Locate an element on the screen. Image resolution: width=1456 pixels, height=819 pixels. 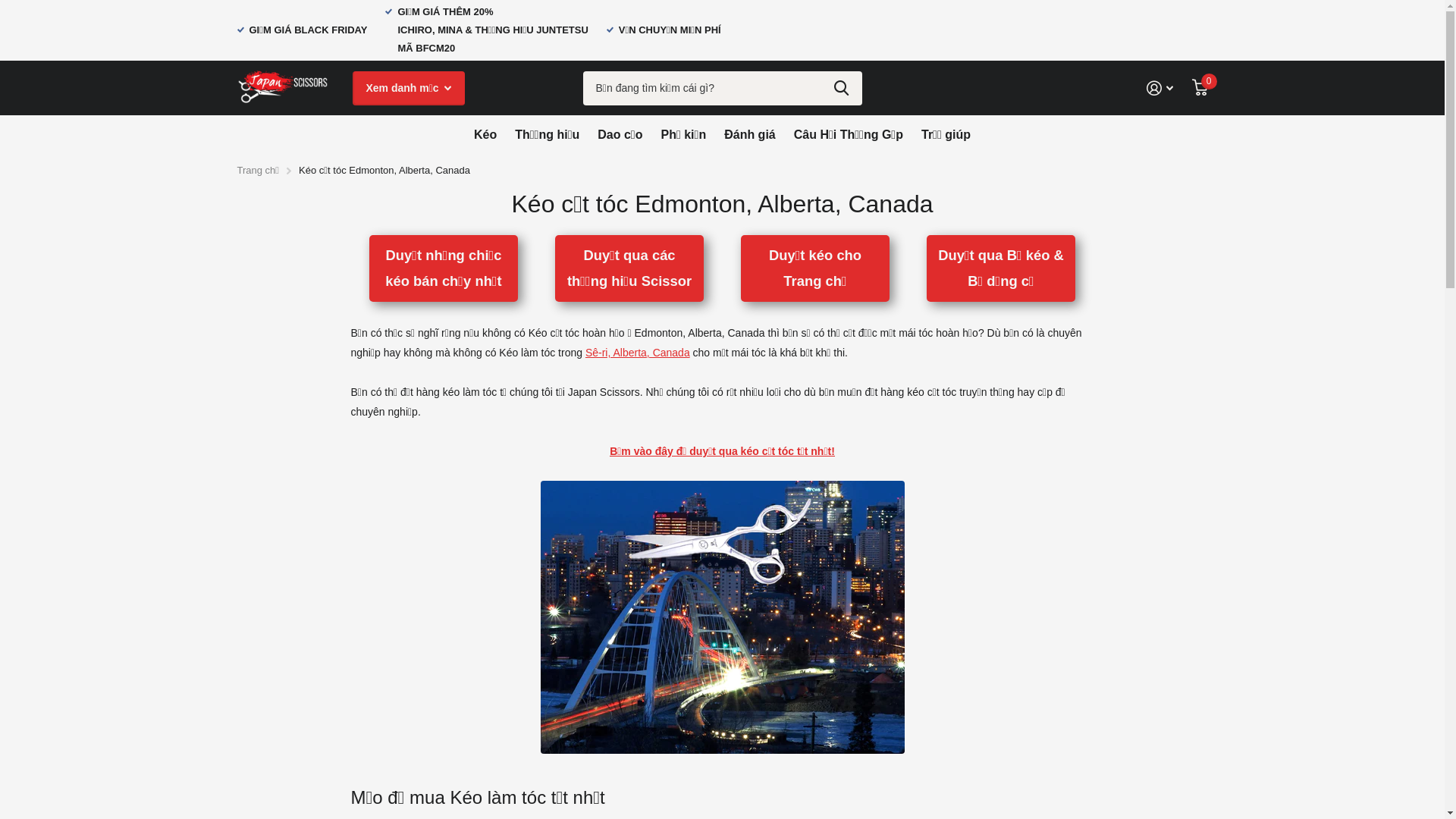
'0' is located at coordinates (1199, 87).